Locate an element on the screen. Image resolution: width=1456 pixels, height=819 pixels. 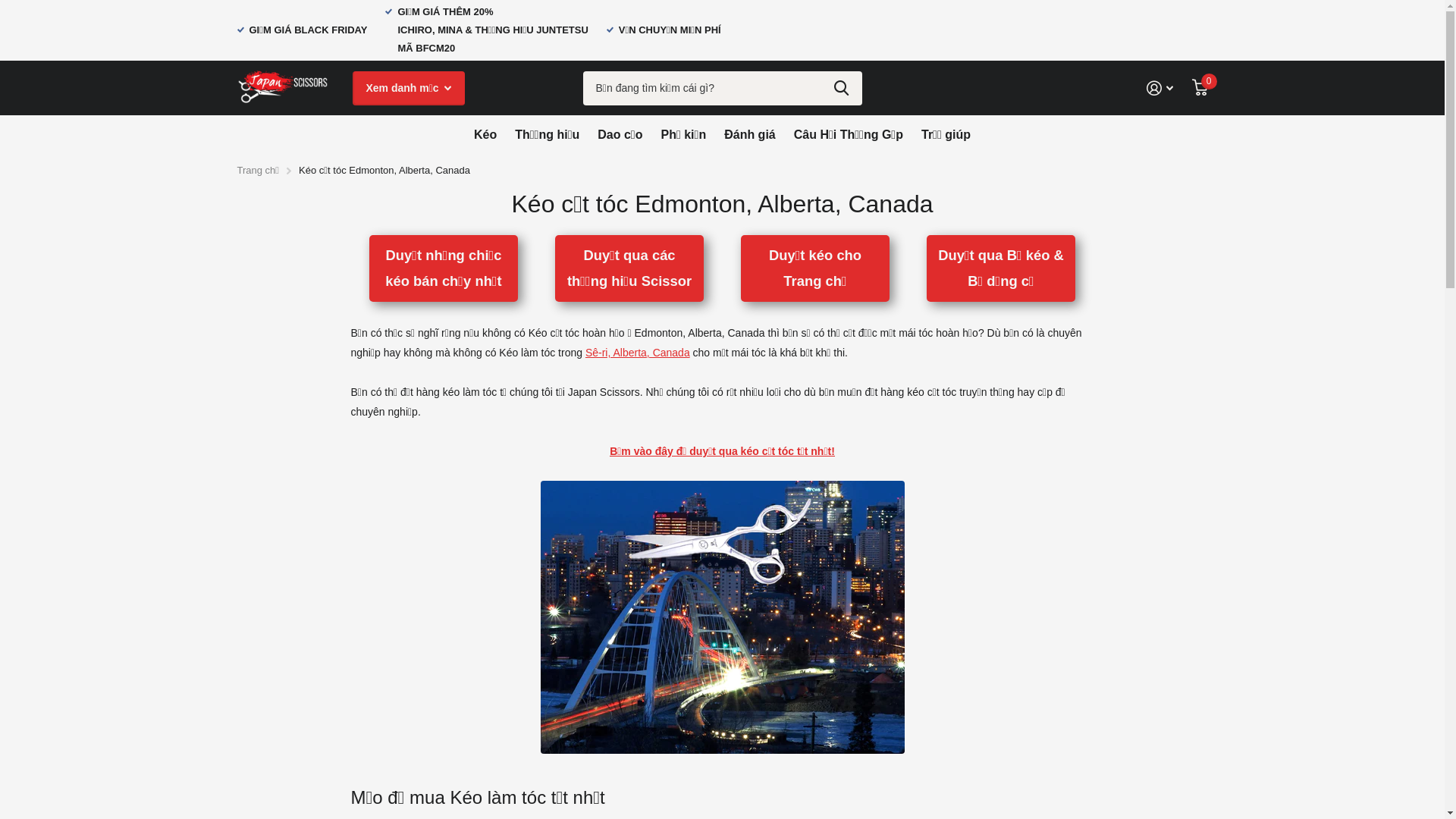
'0' is located at coordinates (1199, 87).